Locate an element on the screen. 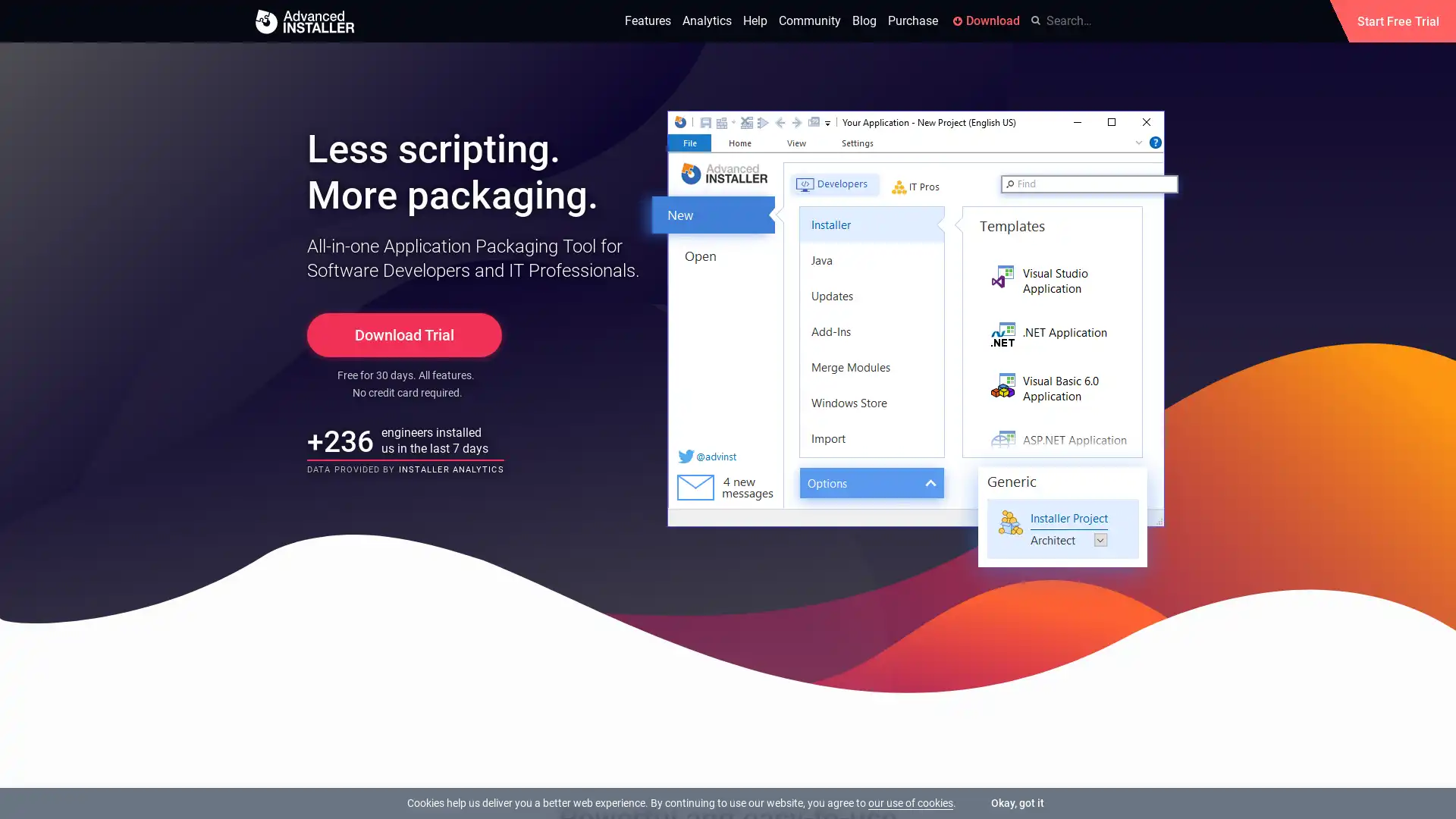  Okay, got it is located at coordinates (1018, 802).